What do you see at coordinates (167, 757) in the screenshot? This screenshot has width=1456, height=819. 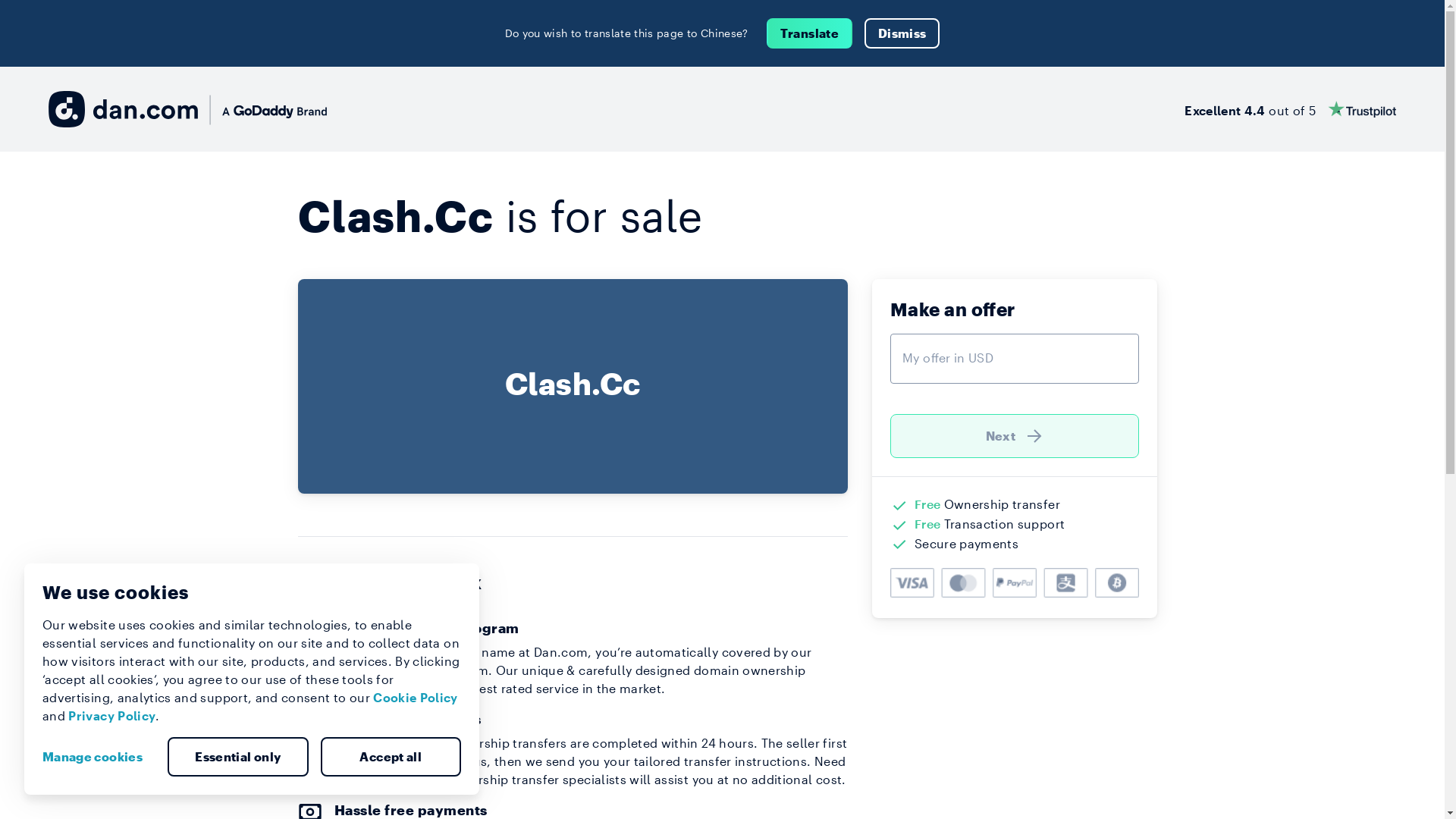 I see `'Essential only'` at bounding box center [167, 757].